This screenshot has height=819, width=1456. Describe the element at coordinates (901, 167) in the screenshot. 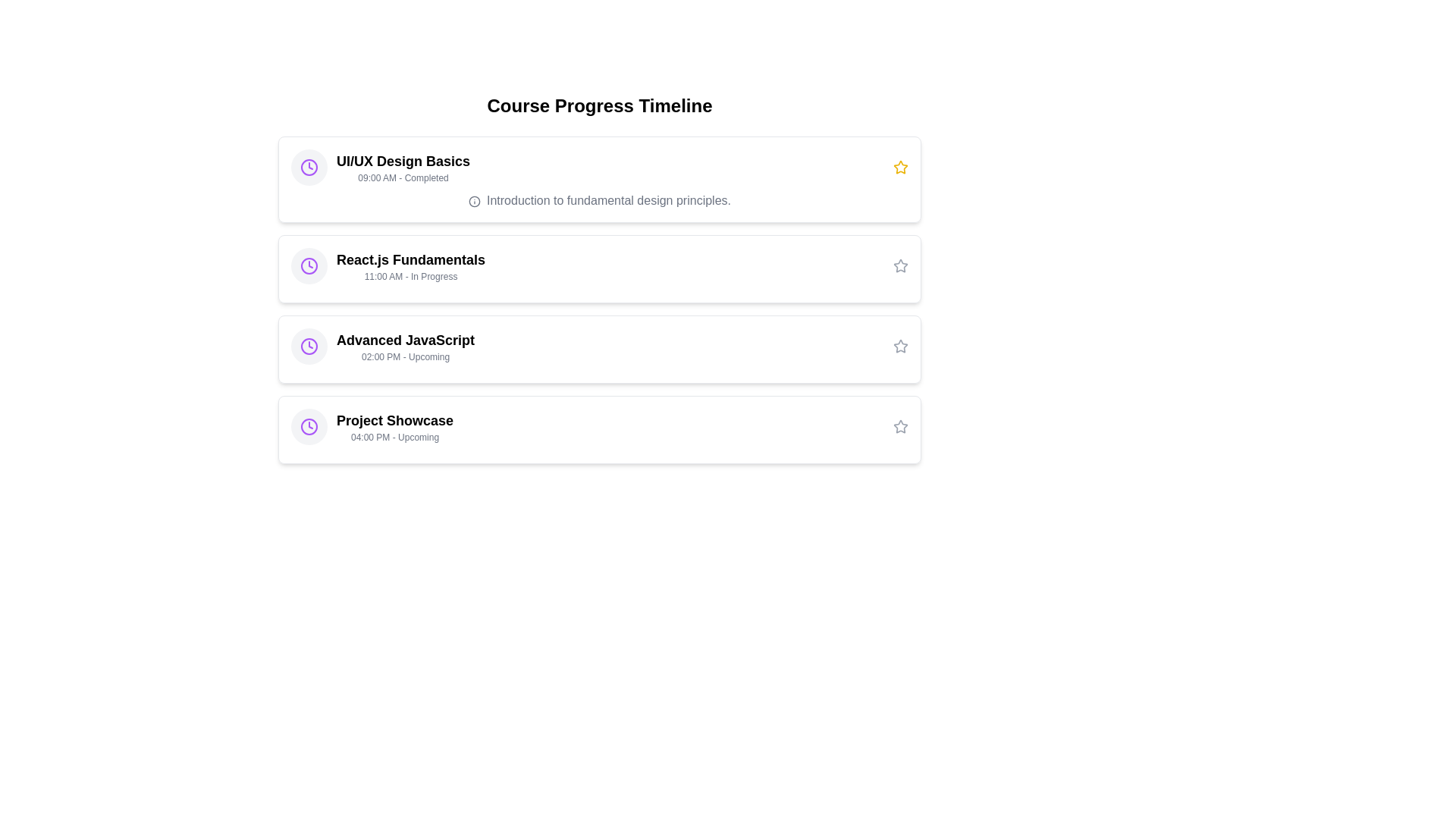

I see `the yellow star-shaped icon in the top-right corner of the 'UI/UX Design Basics' course card to favorite the course` at that location.